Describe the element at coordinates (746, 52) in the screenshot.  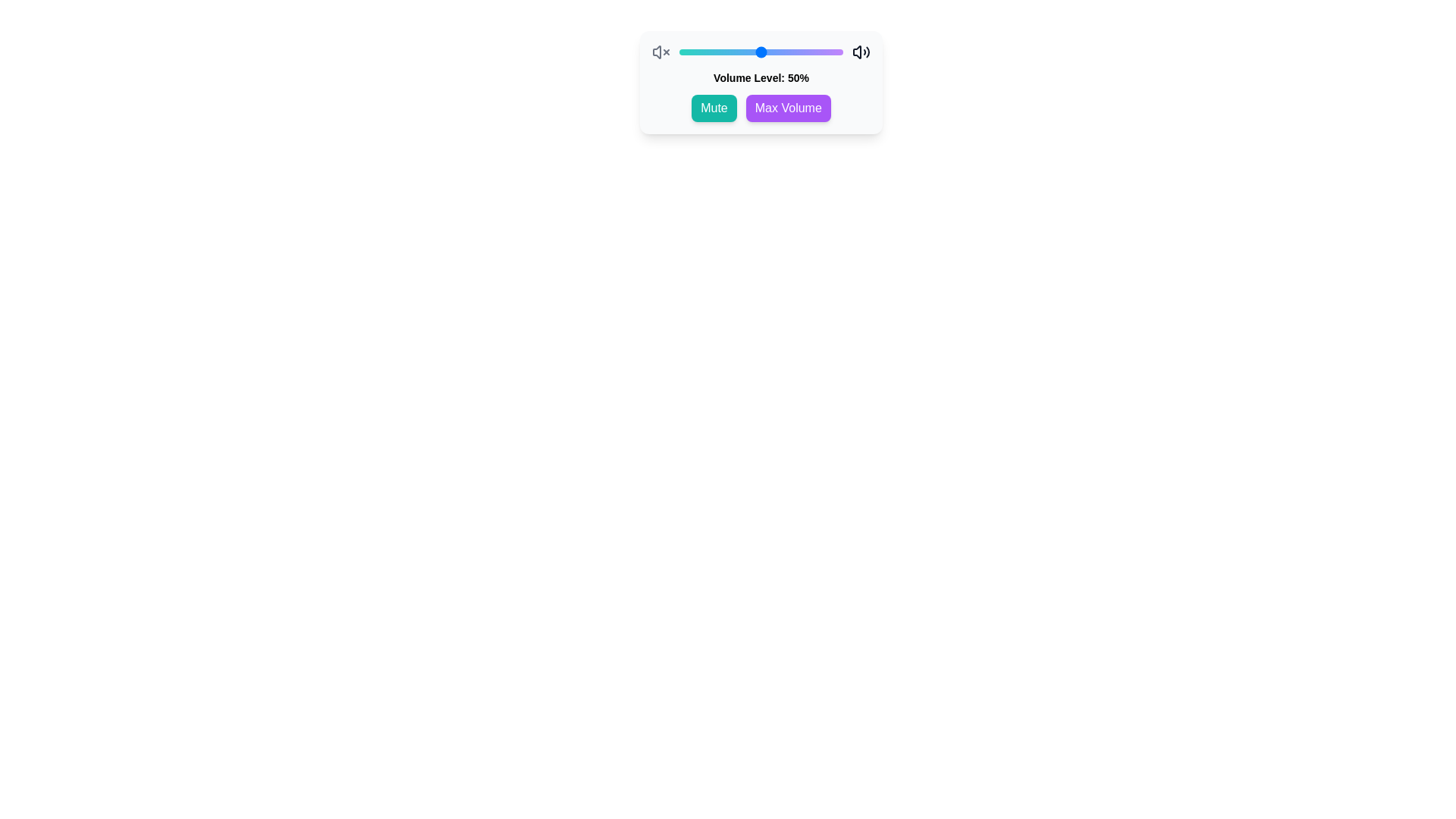
I see `the volume slider to set the volume level to 41%` at that location.